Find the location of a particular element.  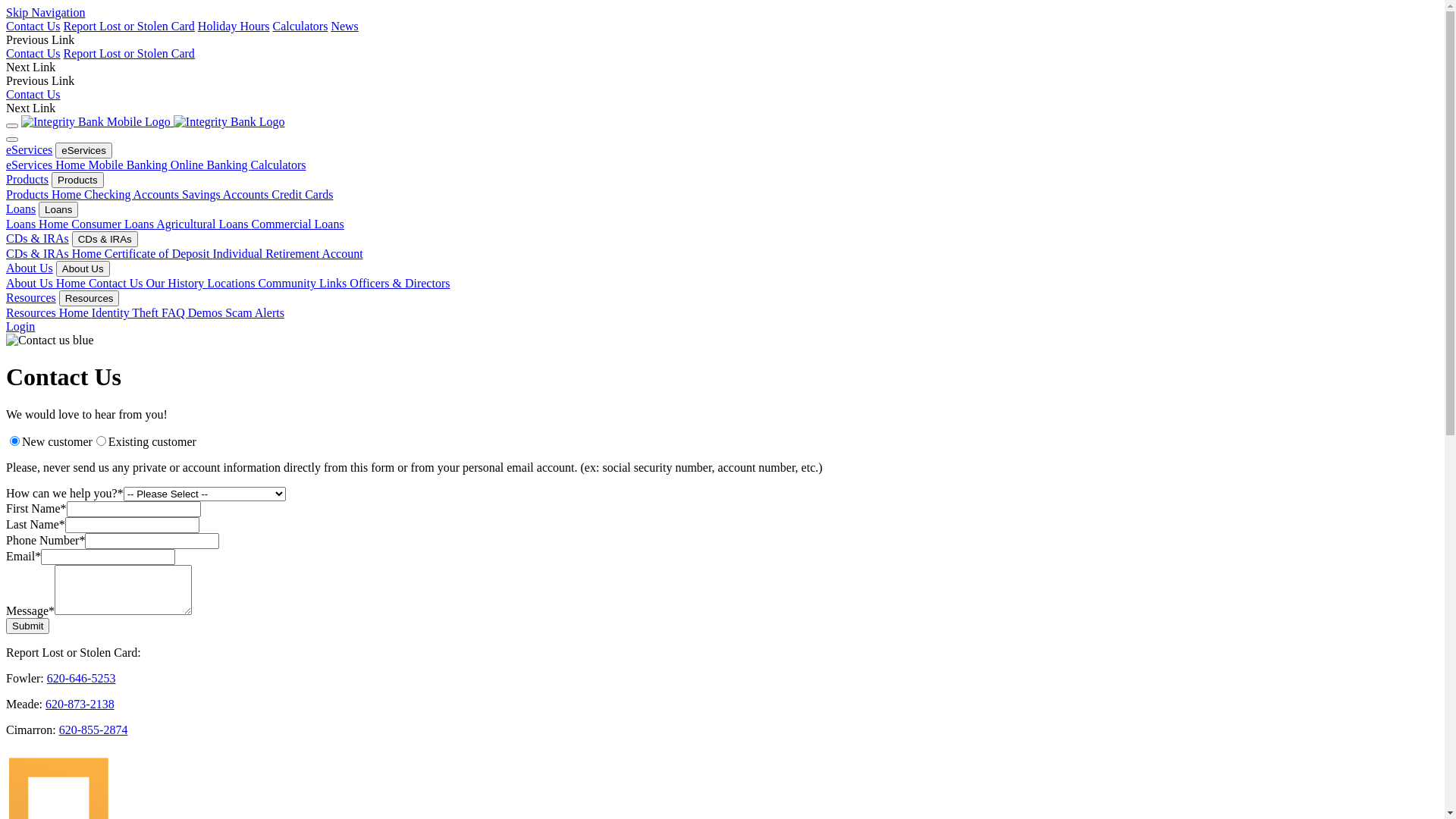

'Loans' is located at coordinates (58, 209).